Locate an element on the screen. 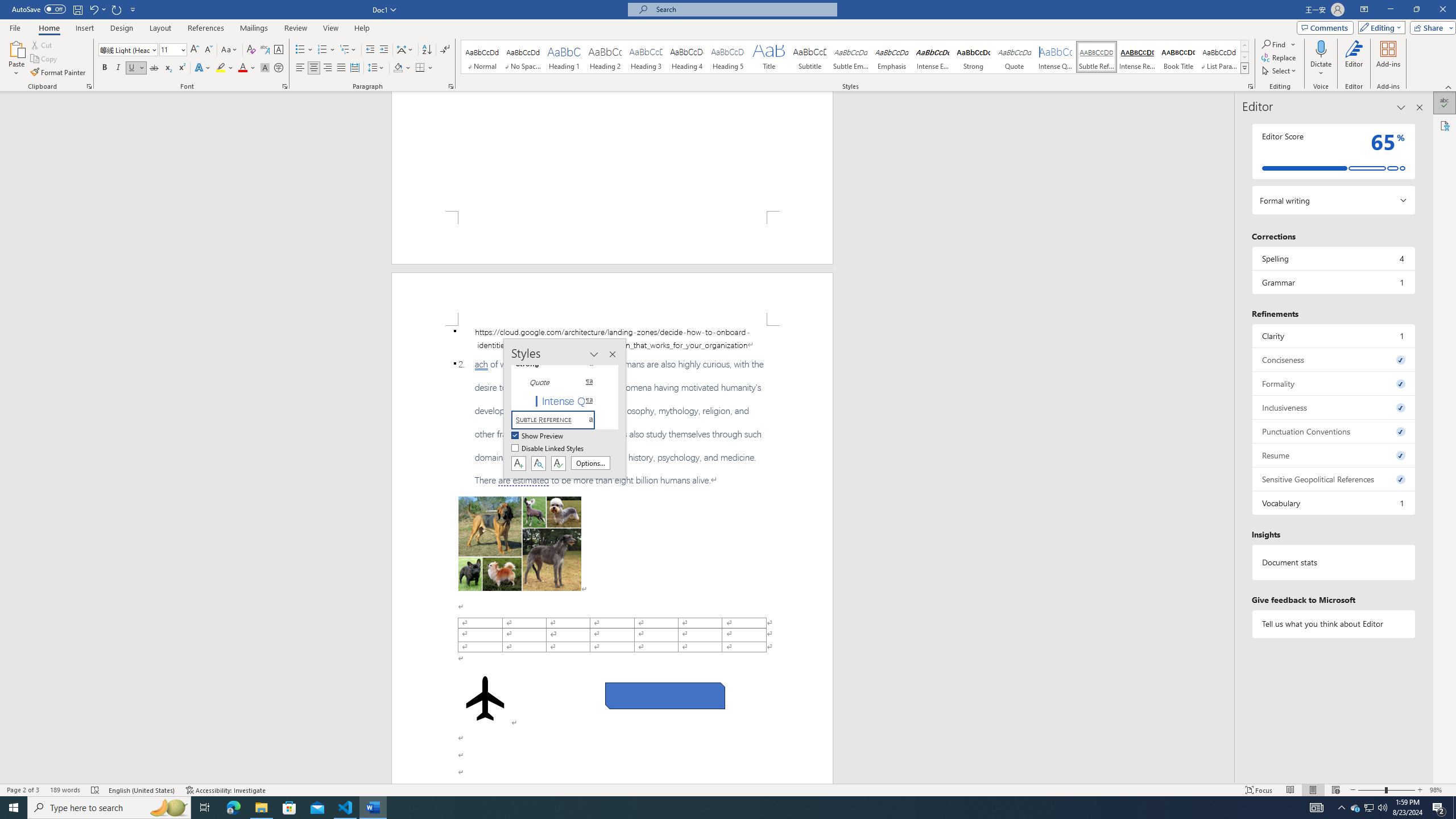 The image size is (1456, 819). 'File Tab' is located at coordinates (14, 27).